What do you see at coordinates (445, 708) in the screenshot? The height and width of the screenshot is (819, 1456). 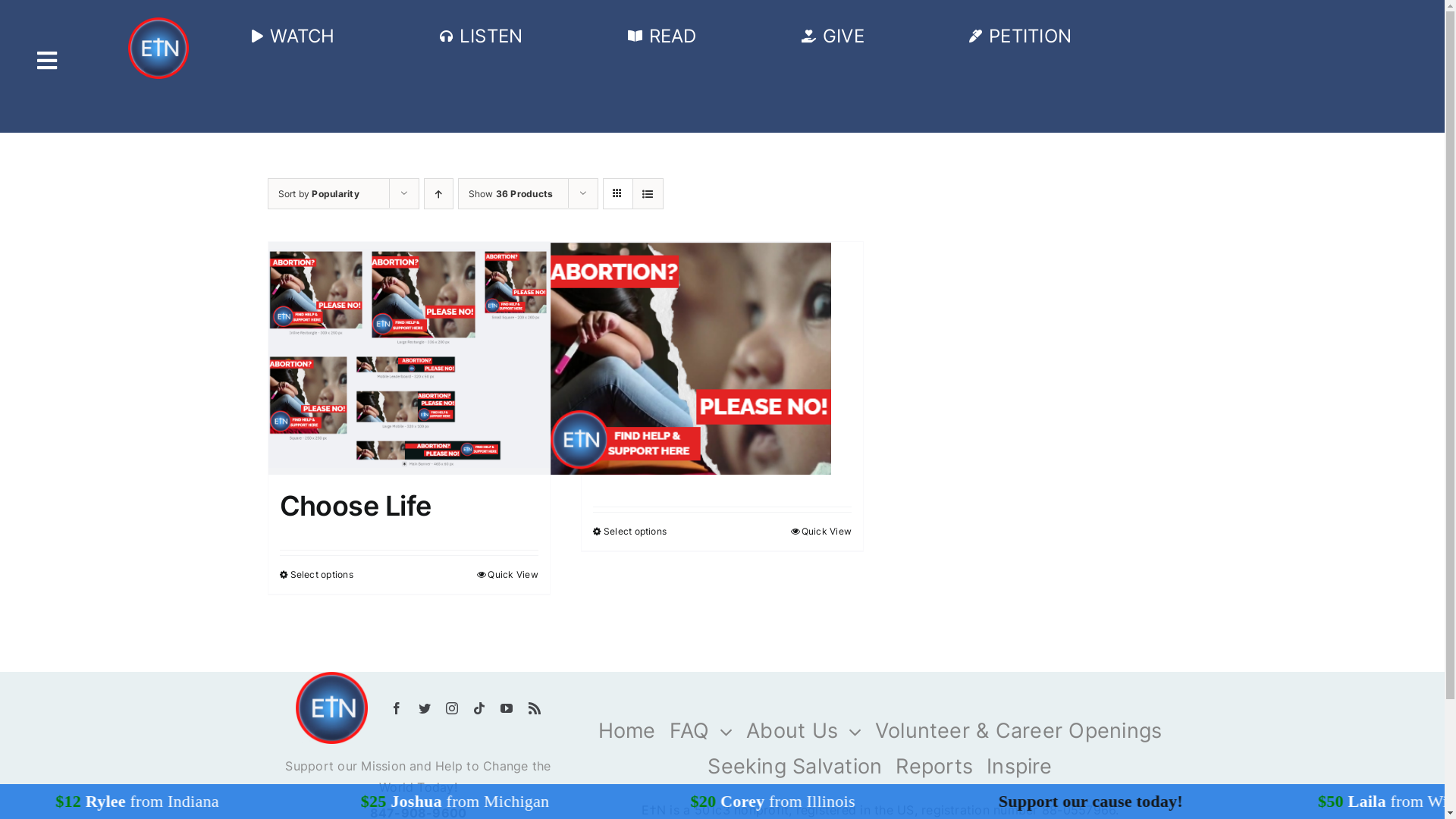 I see `'Instagram'` at bounding box center [445, 708].